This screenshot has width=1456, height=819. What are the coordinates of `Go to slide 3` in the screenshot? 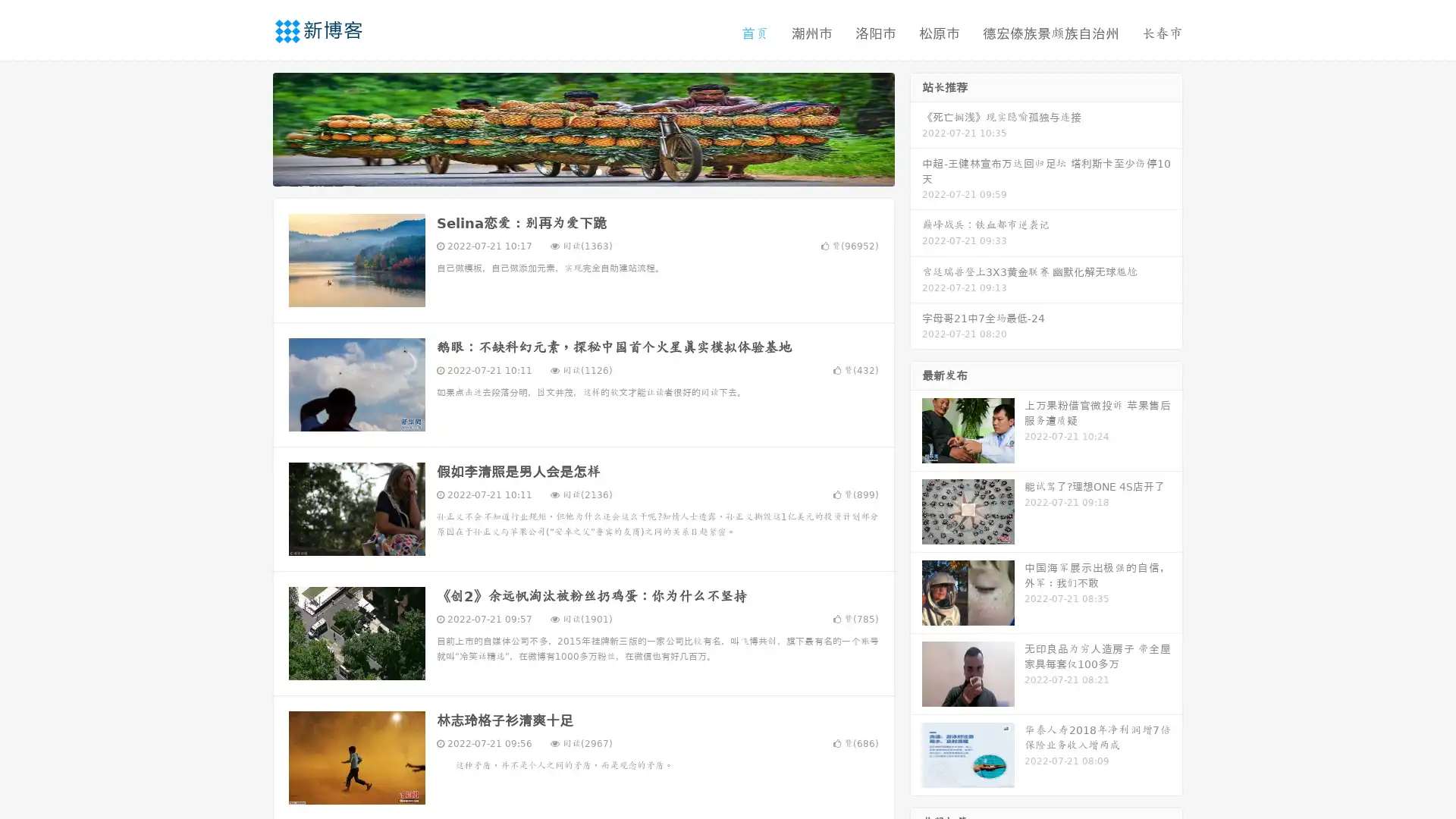 It's located at (598, 171).